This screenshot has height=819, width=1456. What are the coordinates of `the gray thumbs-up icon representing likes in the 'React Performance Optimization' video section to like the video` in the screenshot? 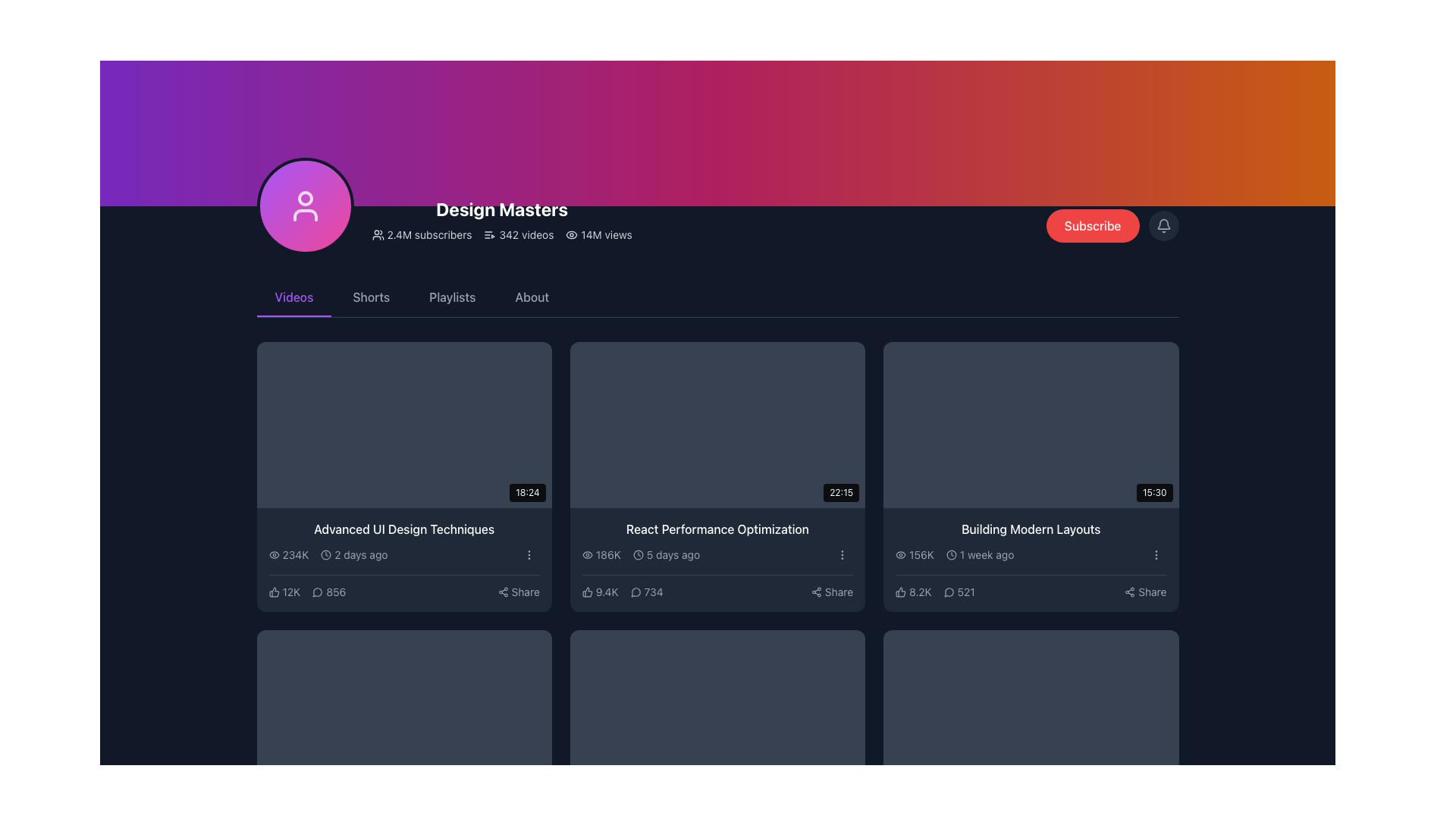 It's located at (586, 591).